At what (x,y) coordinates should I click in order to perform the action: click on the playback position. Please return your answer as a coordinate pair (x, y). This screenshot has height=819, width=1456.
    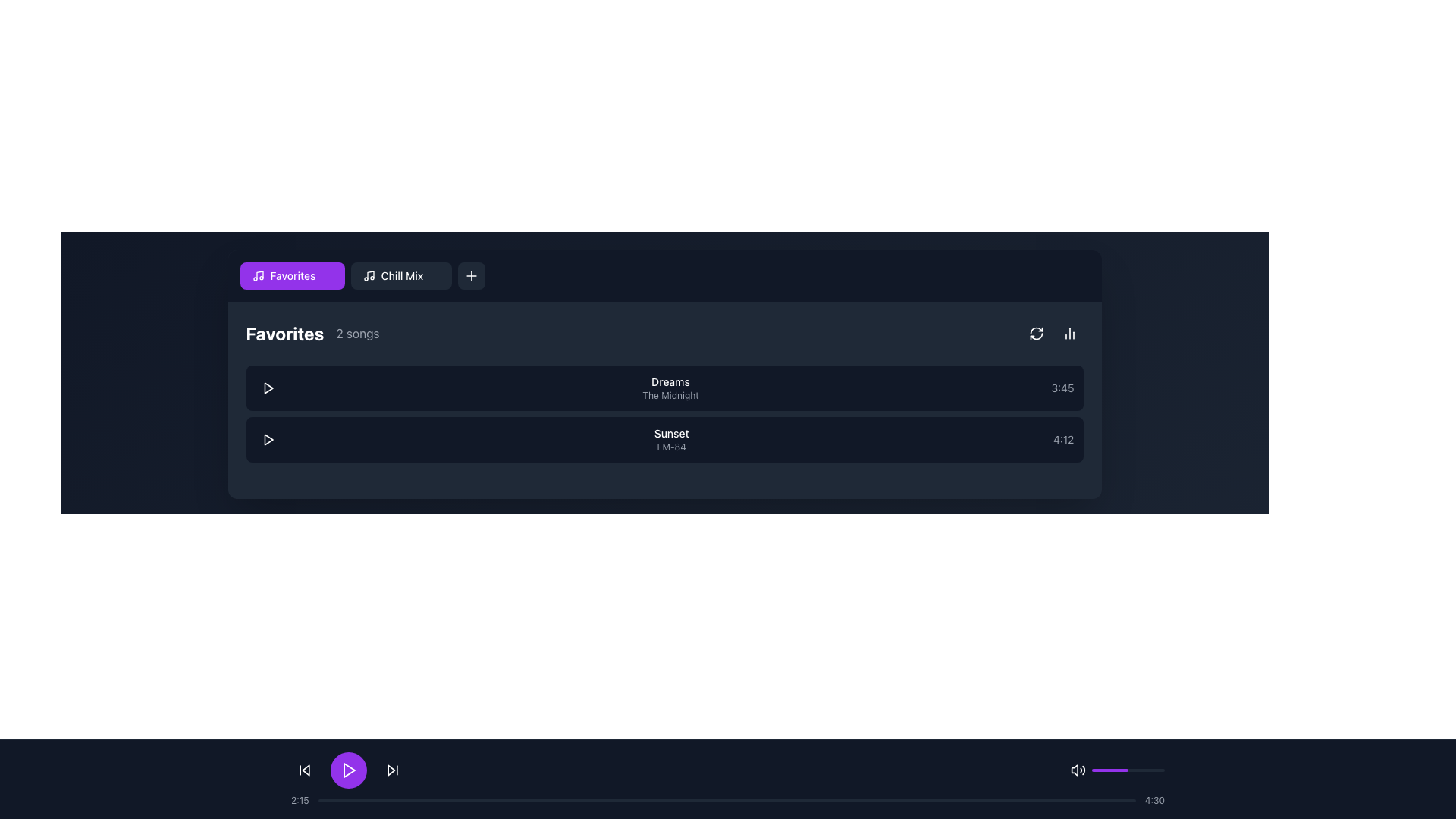
    Looking at the image, I should click on (566, 800).